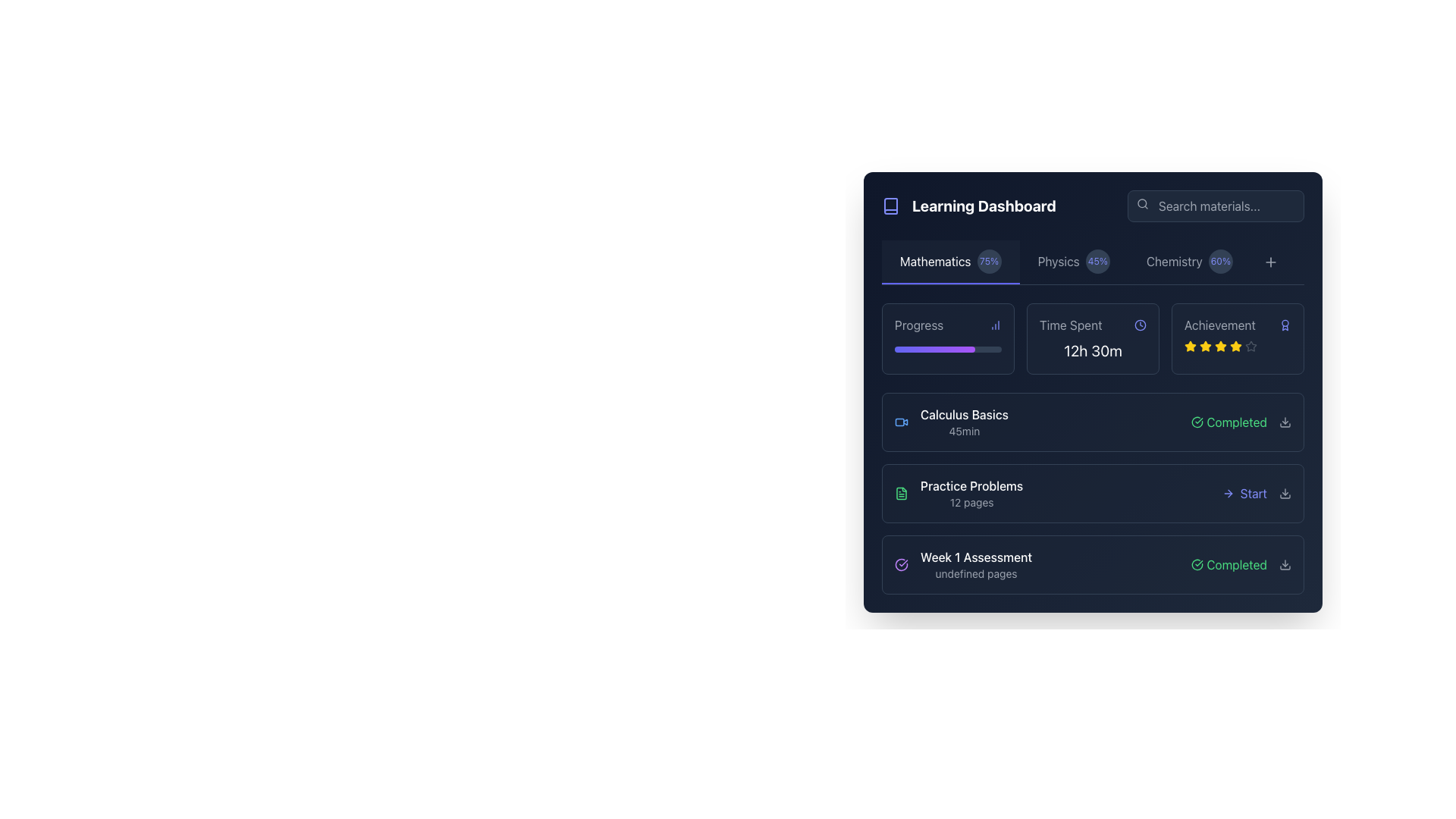  What do you see at coordinates (971, 494) in the screenshot?
I see `the text block containing practice problems information, located in the third position under the 'Learning Dashboard' section` at bounding box center [971, 494].